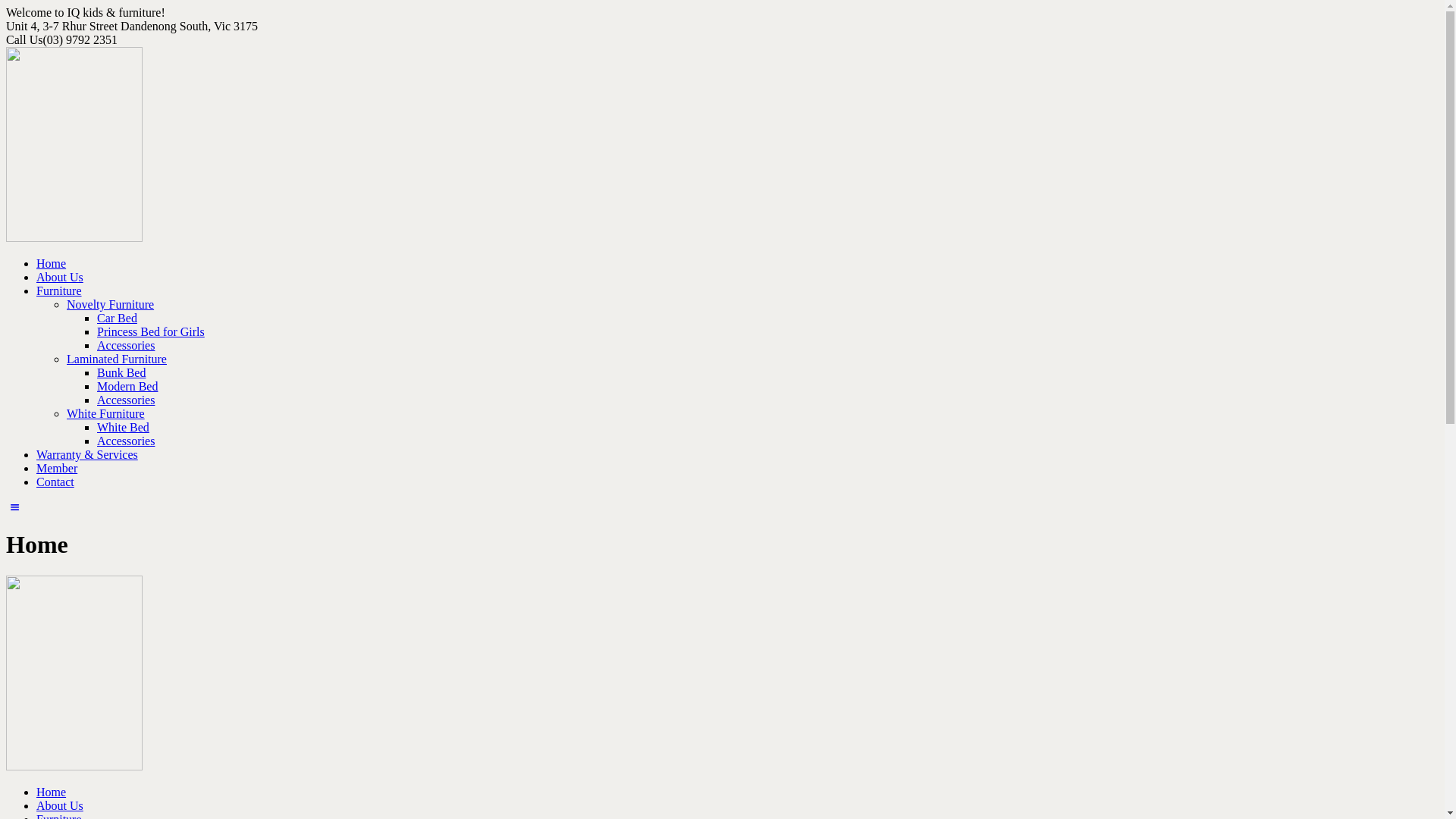  What do you see at coordinates (57, 467) in the screenshot?
I see `'Member'` at bounding box center [57, 467].